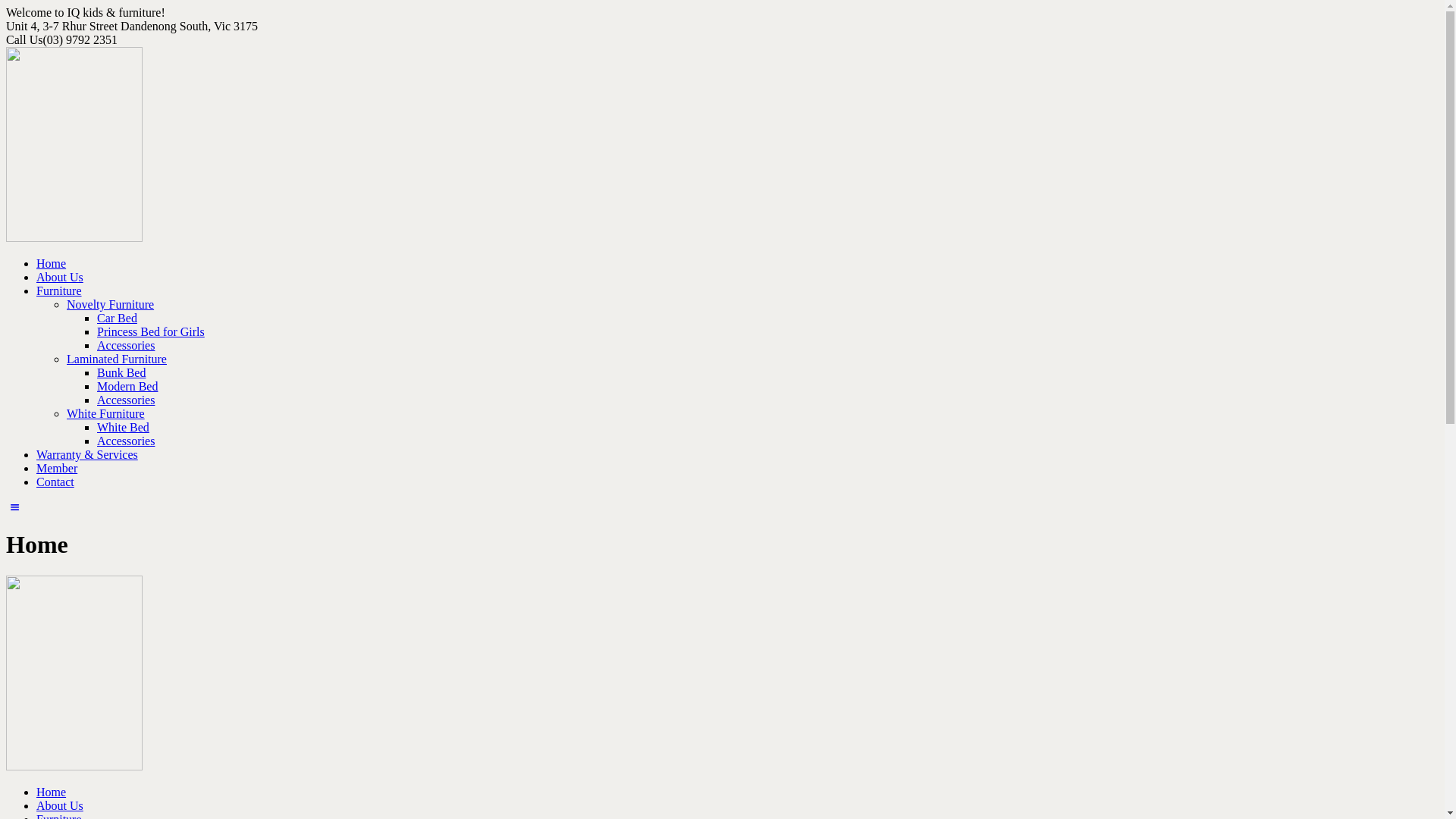  What do you see at coordinates (57, 467) in the screenshot?
I see `'Member'` at bounding box center [57, 467].